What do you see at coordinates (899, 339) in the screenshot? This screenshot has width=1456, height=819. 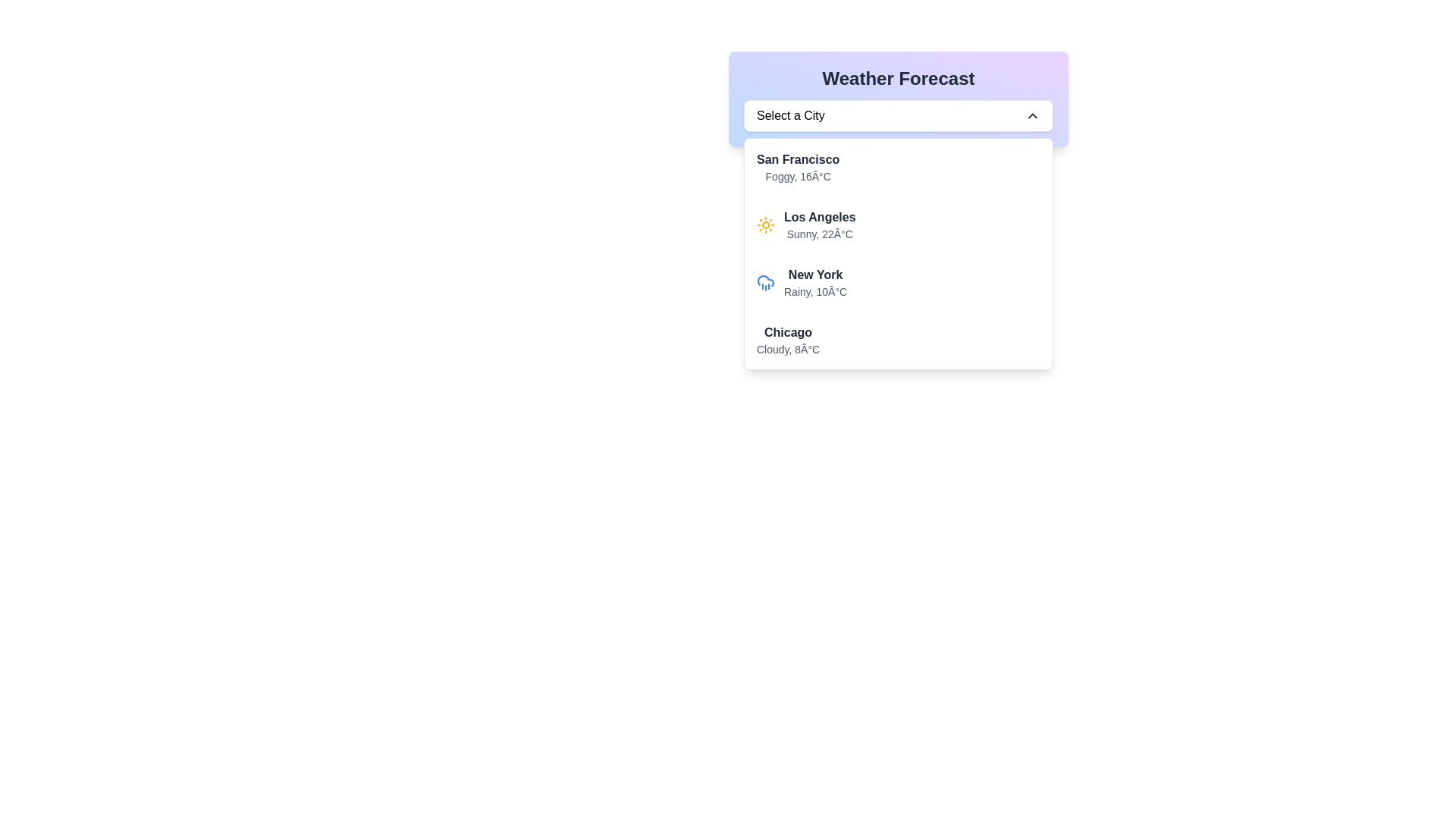 I see `weather information displayed in the static informational block for Chicago located in the dropdown menu` at bounding box center [899, 339].